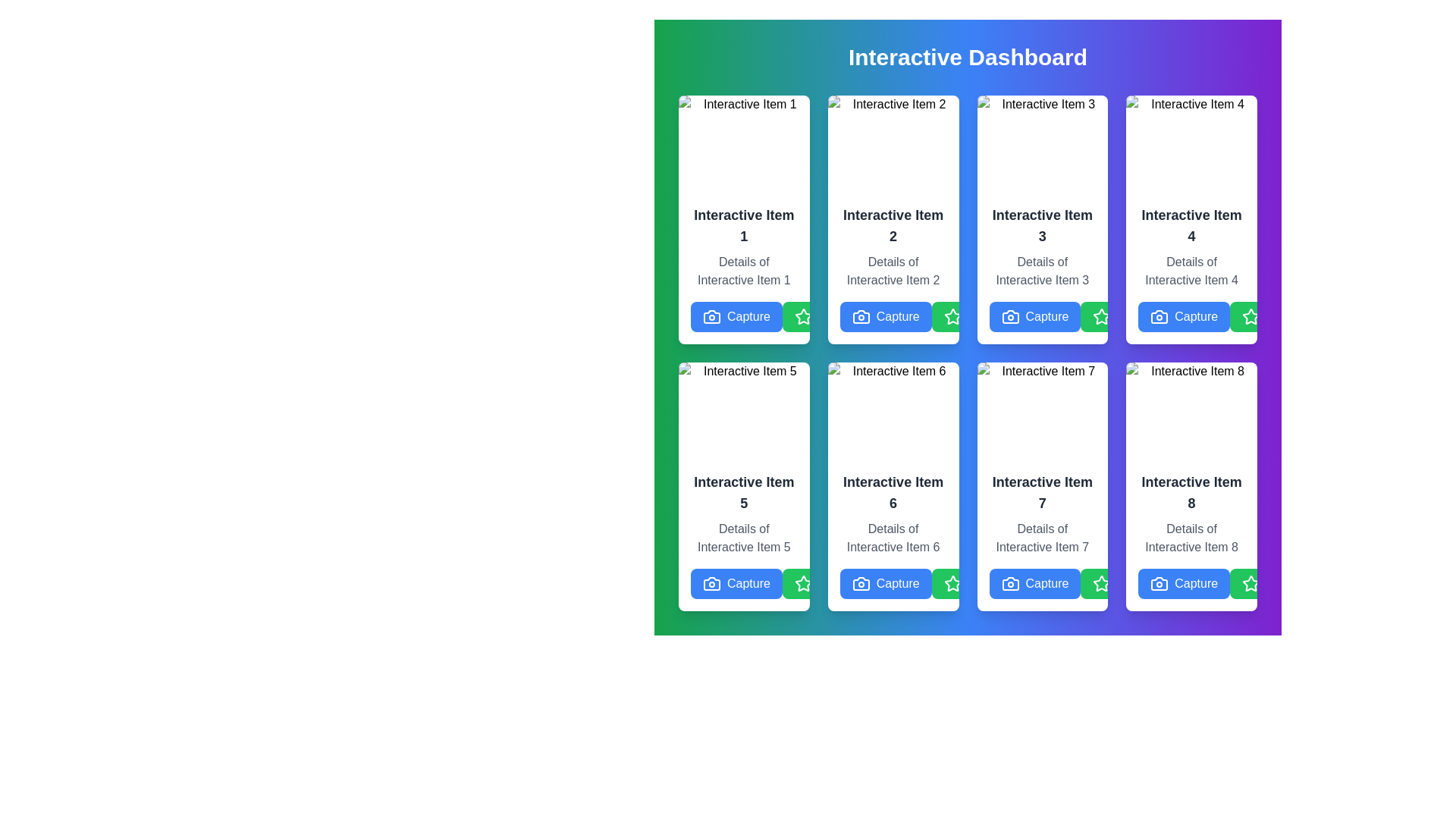 This screenshot has width=1456, height=819. What do you see at coordinates (1191, 315) in the screenshot?
I see `the rectangular button with a blue background and rounded corners labeled 'Capture', located in the 'Interactive Item 4' card` at bounding box center [1191, 315].